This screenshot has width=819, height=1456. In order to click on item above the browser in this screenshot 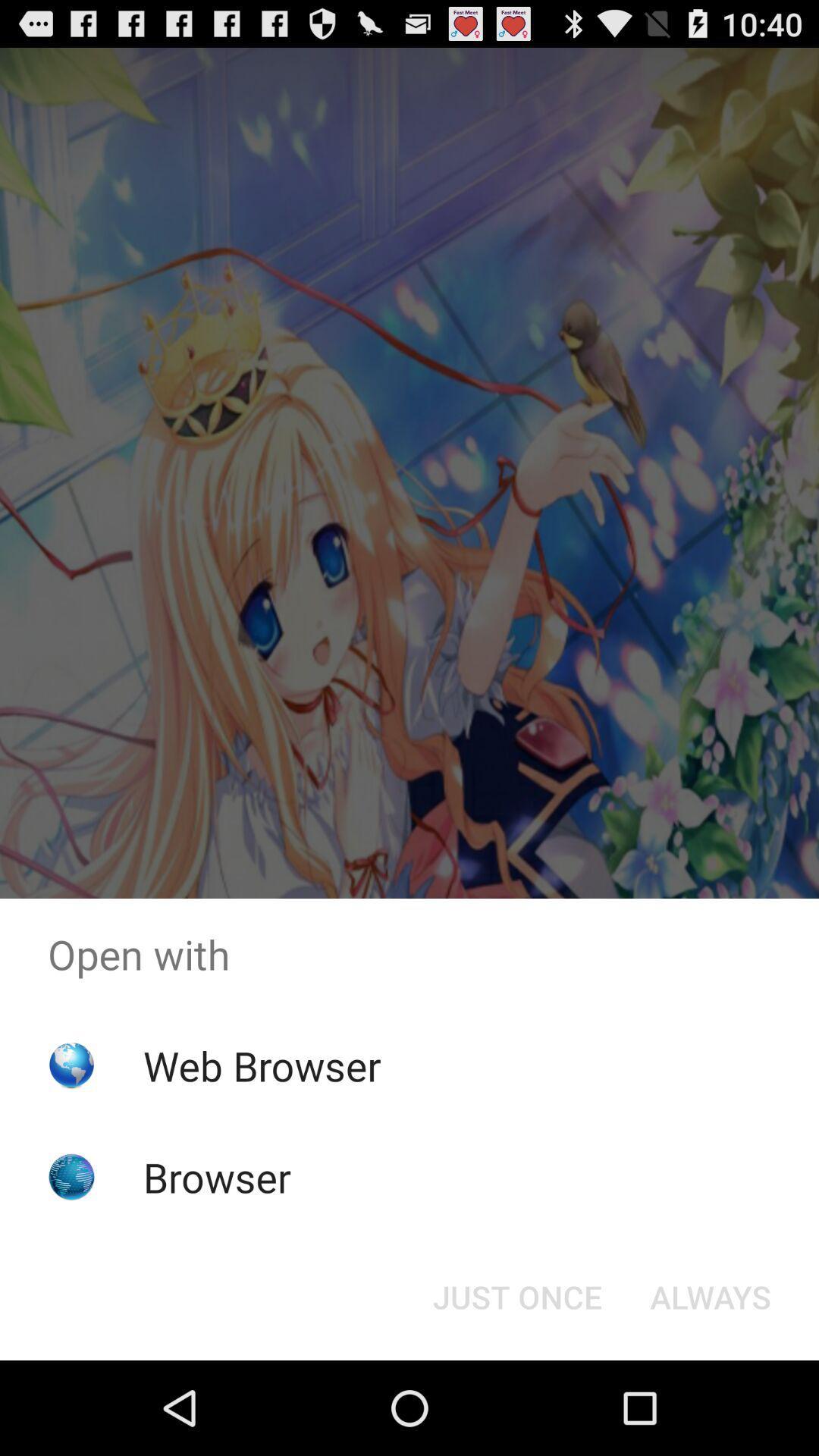, I will do `click(261, 1065)`.